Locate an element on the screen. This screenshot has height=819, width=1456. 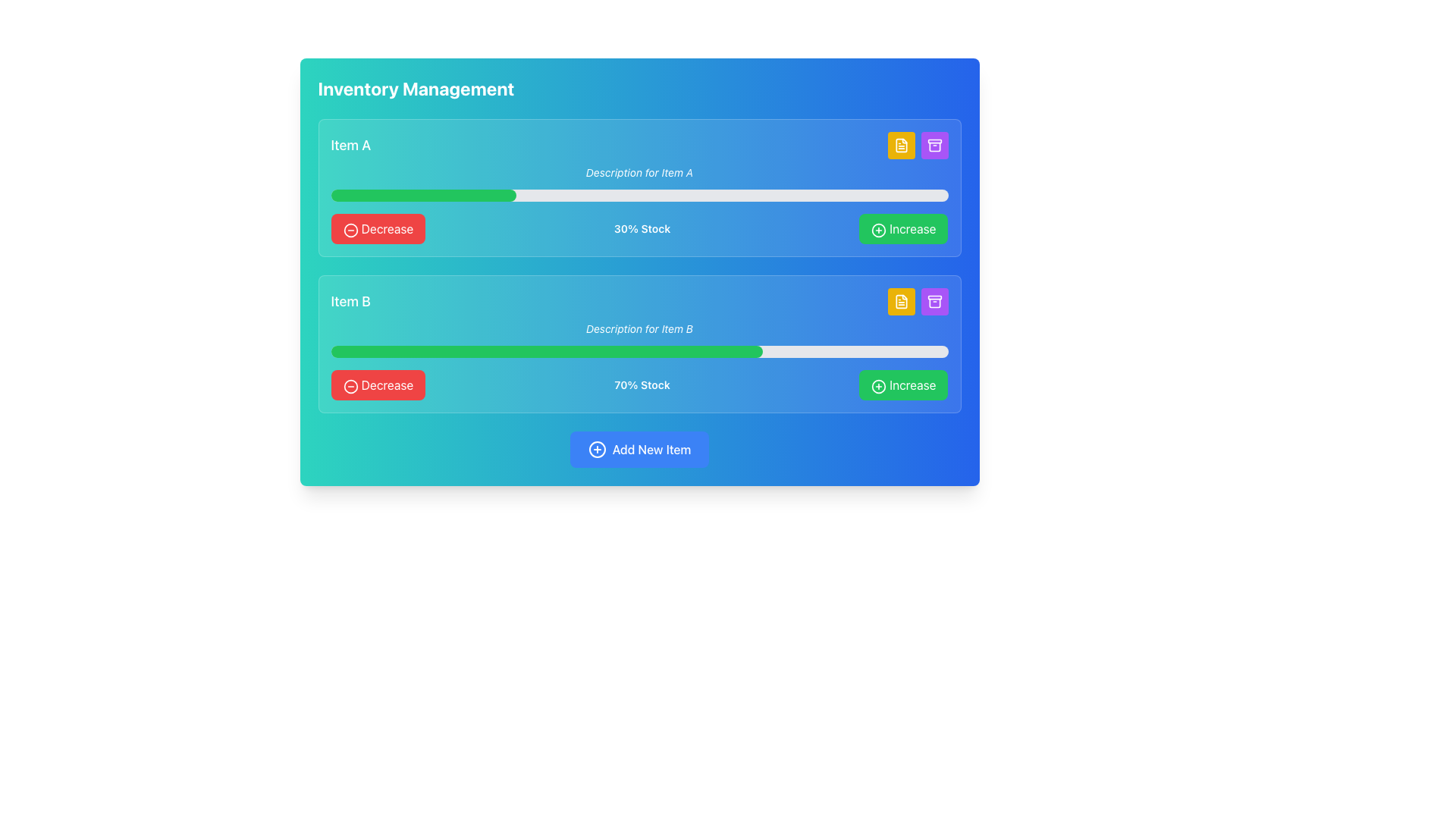
the 'Edit' or 'View Details' button located in the 'Item B' section, which is the first button in the group aligned to the right, near the item description is located at coordinates (917, 301).